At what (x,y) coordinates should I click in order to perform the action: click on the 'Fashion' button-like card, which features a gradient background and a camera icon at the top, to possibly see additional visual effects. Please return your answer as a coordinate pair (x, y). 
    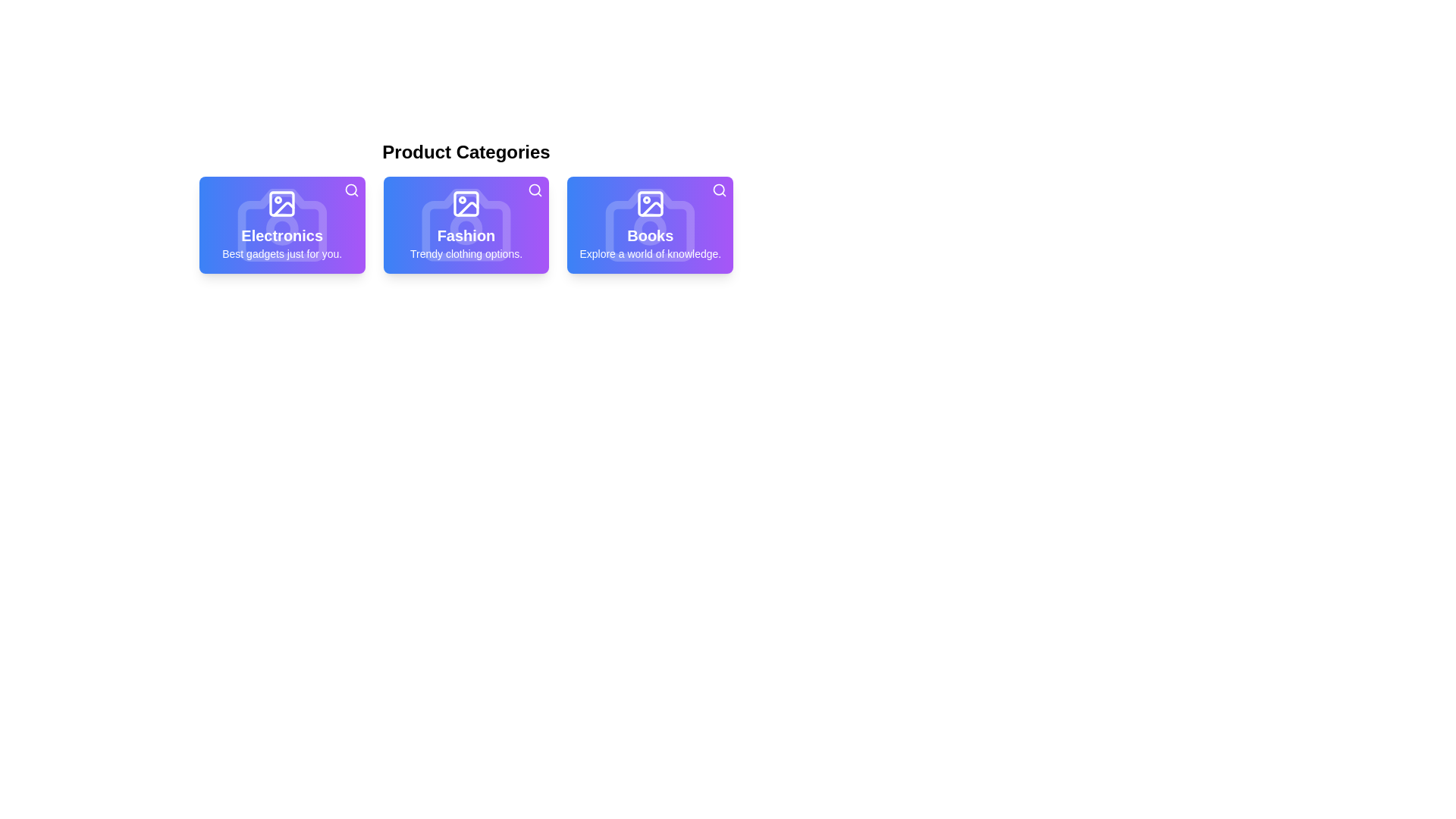
    Looking at the image, I should click on (465, 225).